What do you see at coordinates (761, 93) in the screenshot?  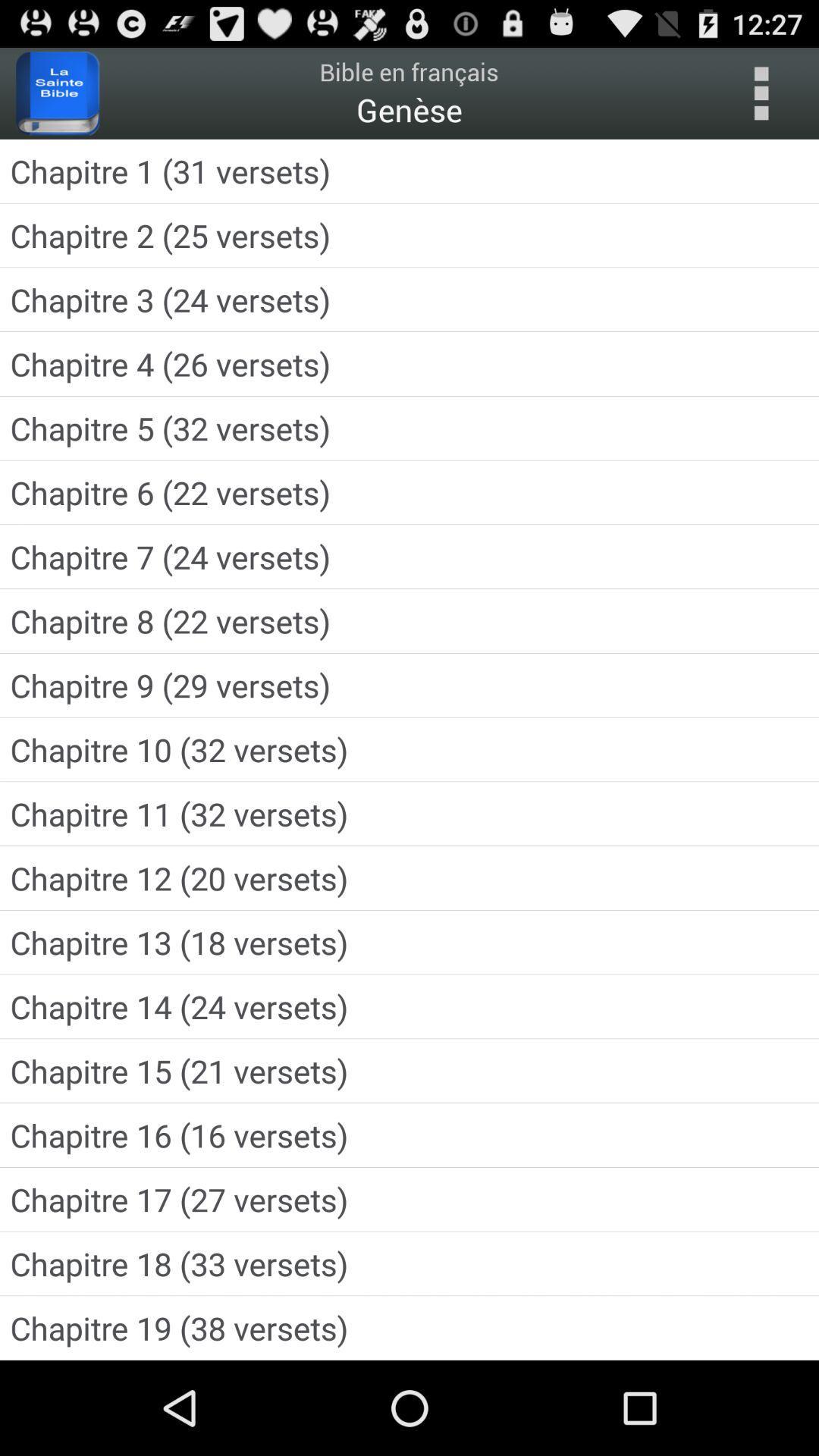 I see `see more` at bounding box center [761, 93].